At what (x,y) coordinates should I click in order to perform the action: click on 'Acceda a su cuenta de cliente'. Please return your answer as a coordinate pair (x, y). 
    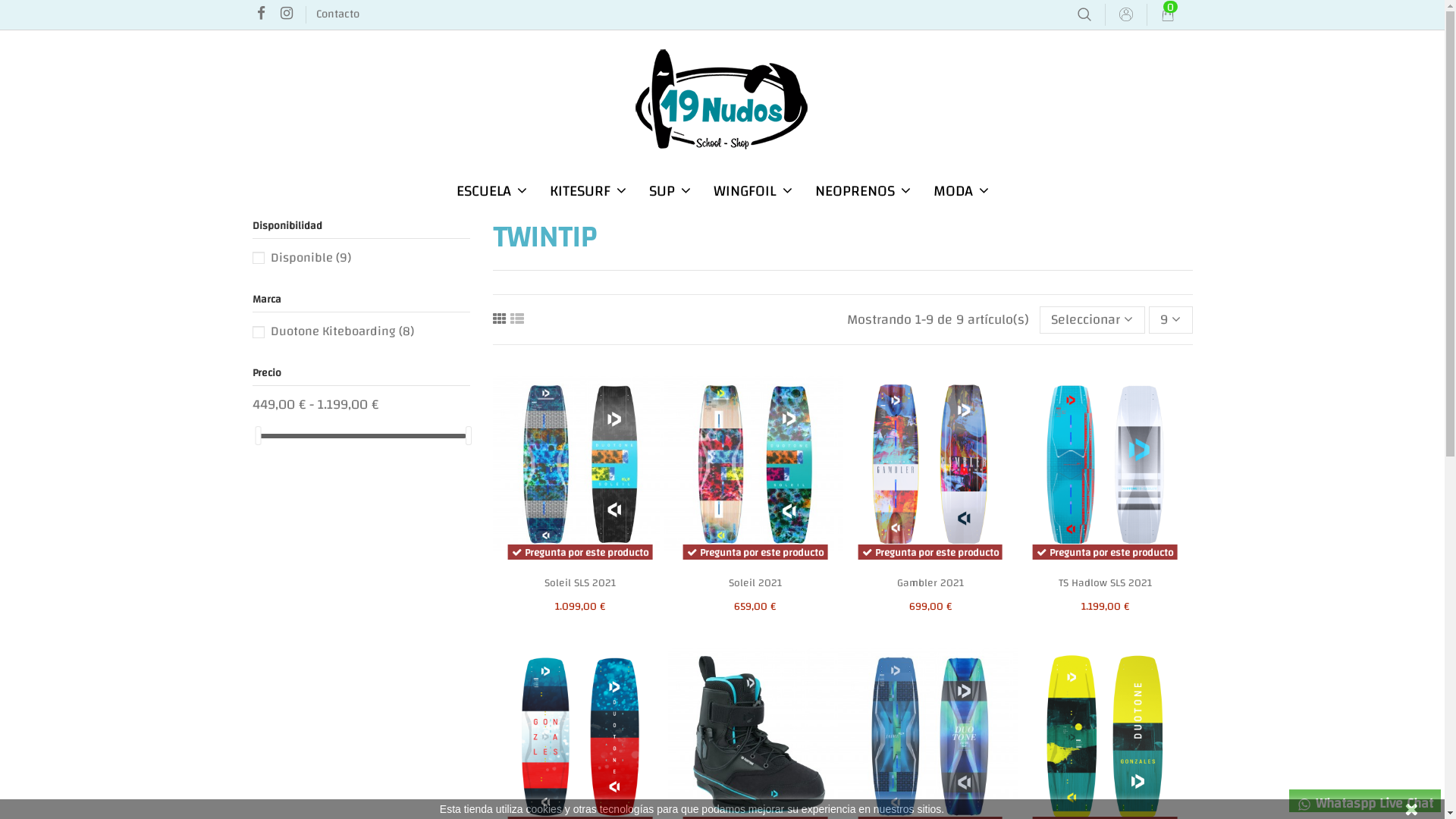
    Looking at the image, I should click on (1125, 14).